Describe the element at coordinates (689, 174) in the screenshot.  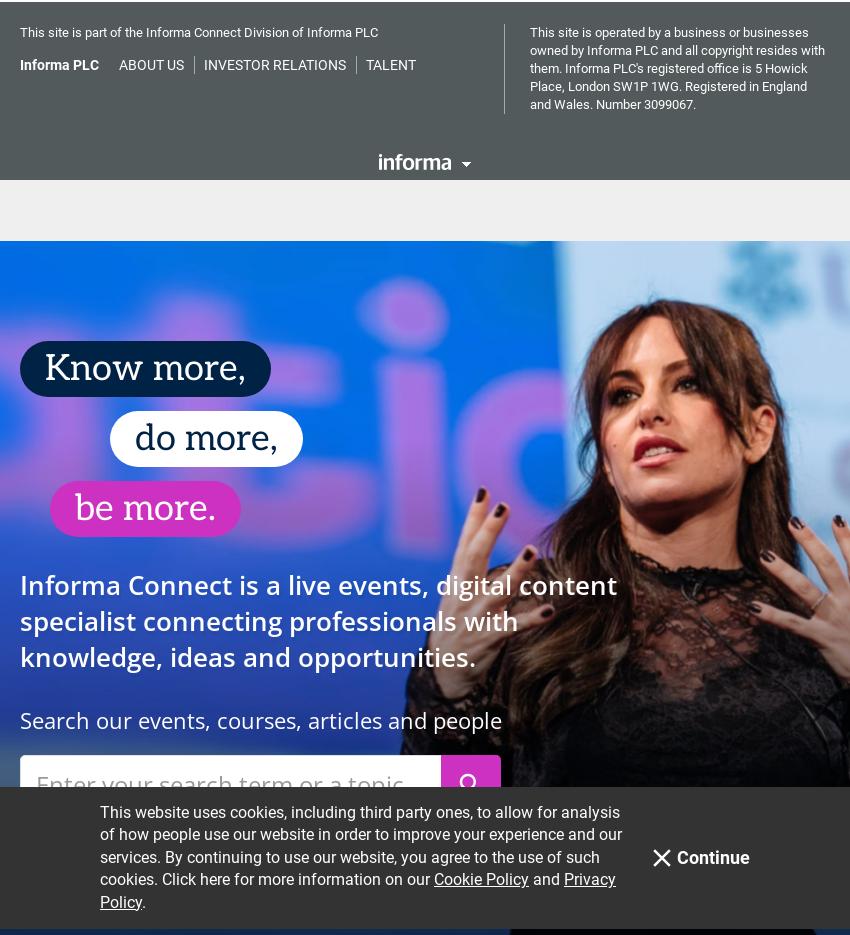
I see `'Sustainability'` at that location.